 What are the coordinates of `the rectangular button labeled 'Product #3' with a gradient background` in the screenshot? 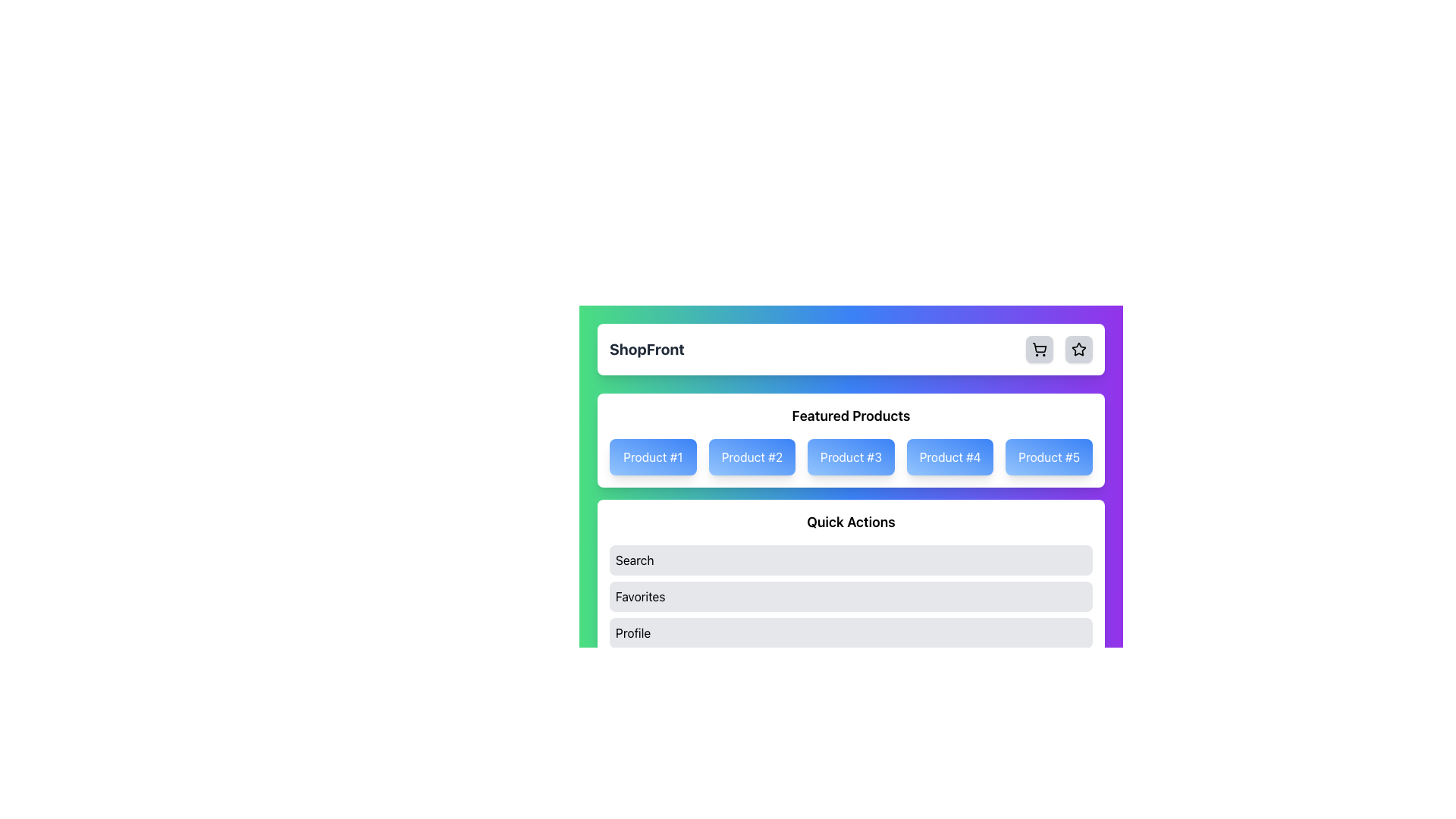 It's located at (851, 456).